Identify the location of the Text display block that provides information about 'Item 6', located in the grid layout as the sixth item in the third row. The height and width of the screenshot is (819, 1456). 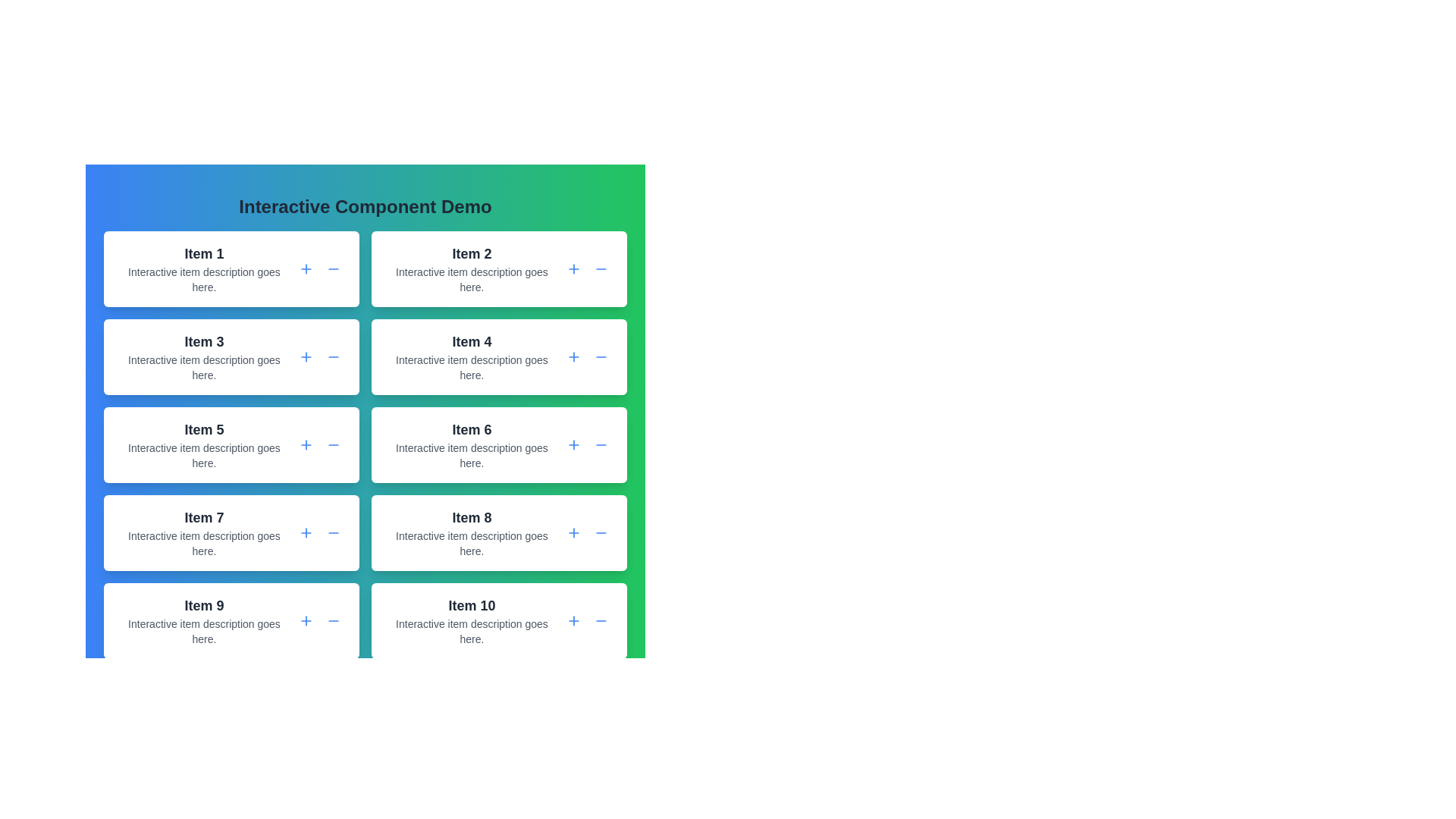
(471, 444).